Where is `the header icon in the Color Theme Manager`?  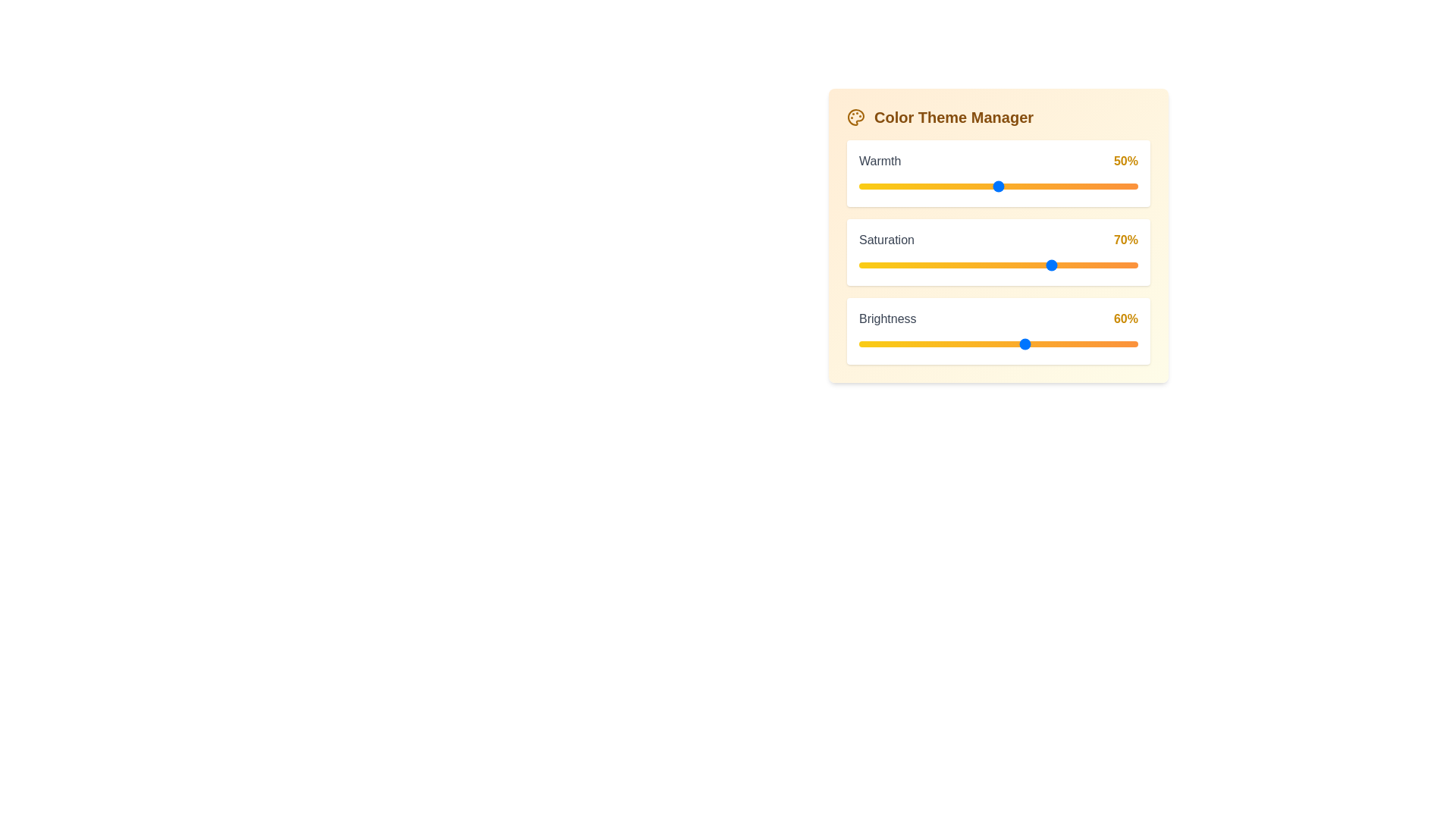 the header icon in the Color Theme Manager is located at coordinates (855, 116).